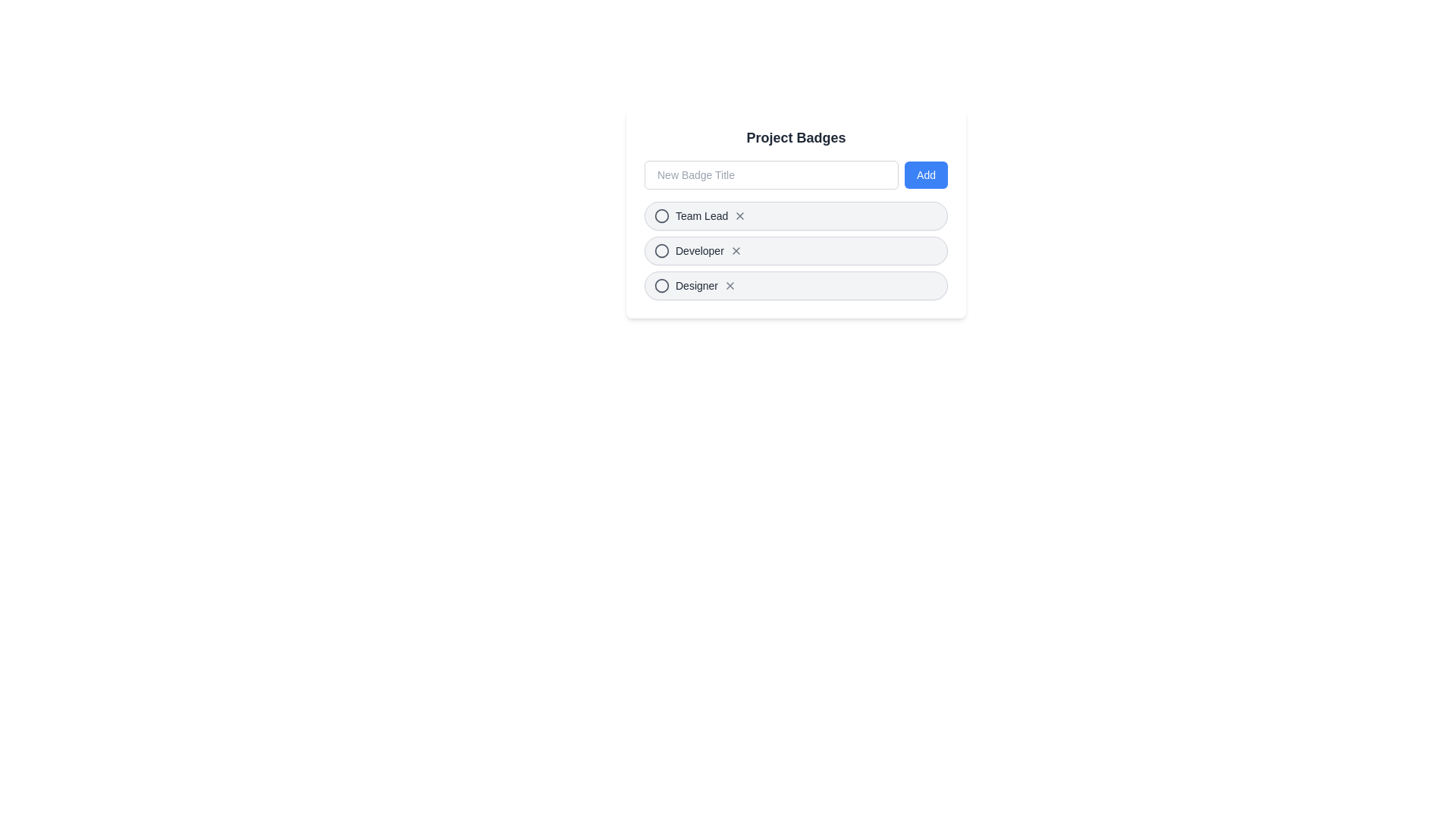 The width and height of the screenshot is (1456, 819). I want to click on the badge labeled Designer by clicking the corresponding 'X' button, so click(730, 286).